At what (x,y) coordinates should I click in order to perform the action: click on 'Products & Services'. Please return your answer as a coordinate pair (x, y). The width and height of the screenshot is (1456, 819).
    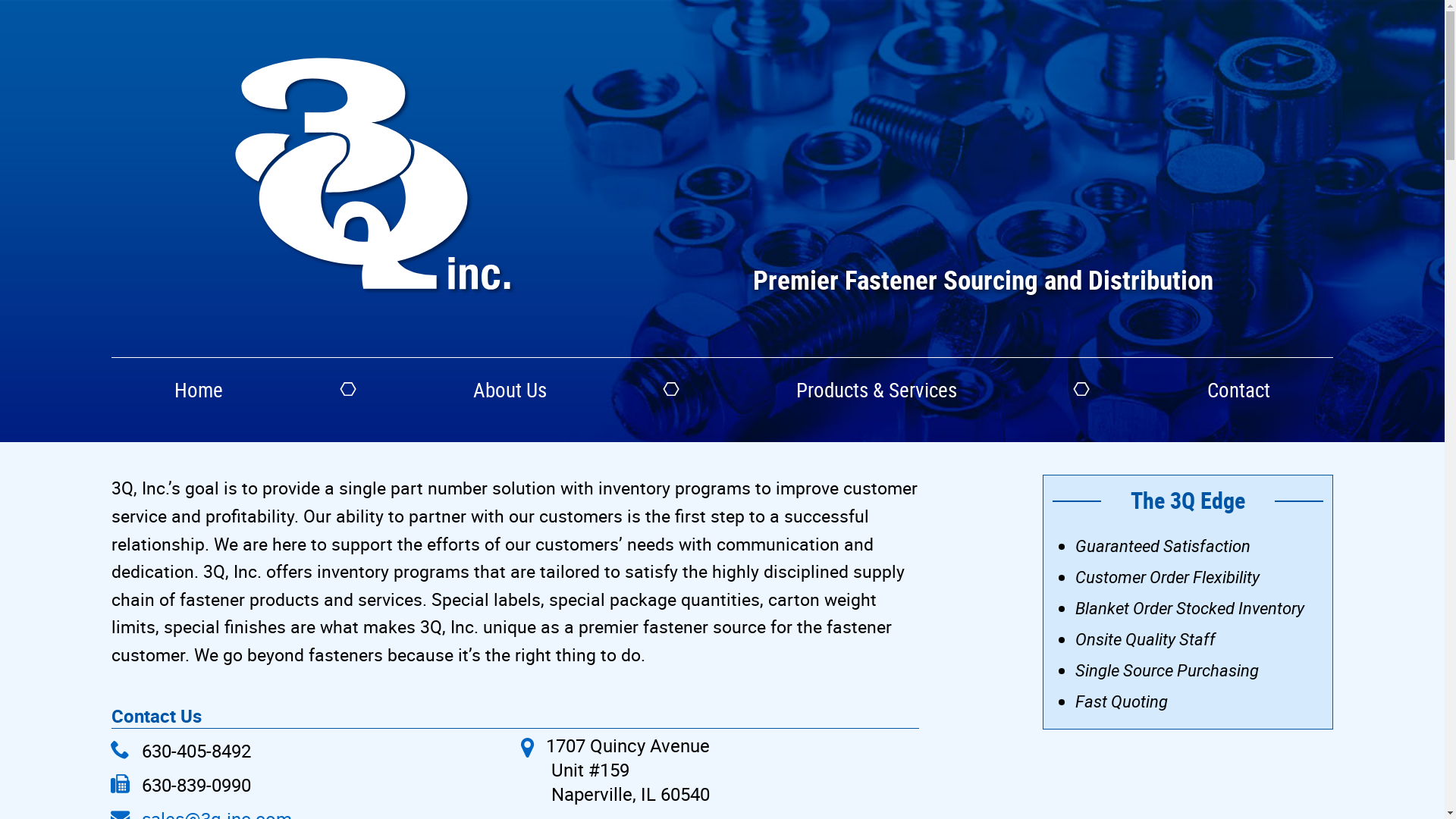
    Looking at the image, I should click on (877, 388).